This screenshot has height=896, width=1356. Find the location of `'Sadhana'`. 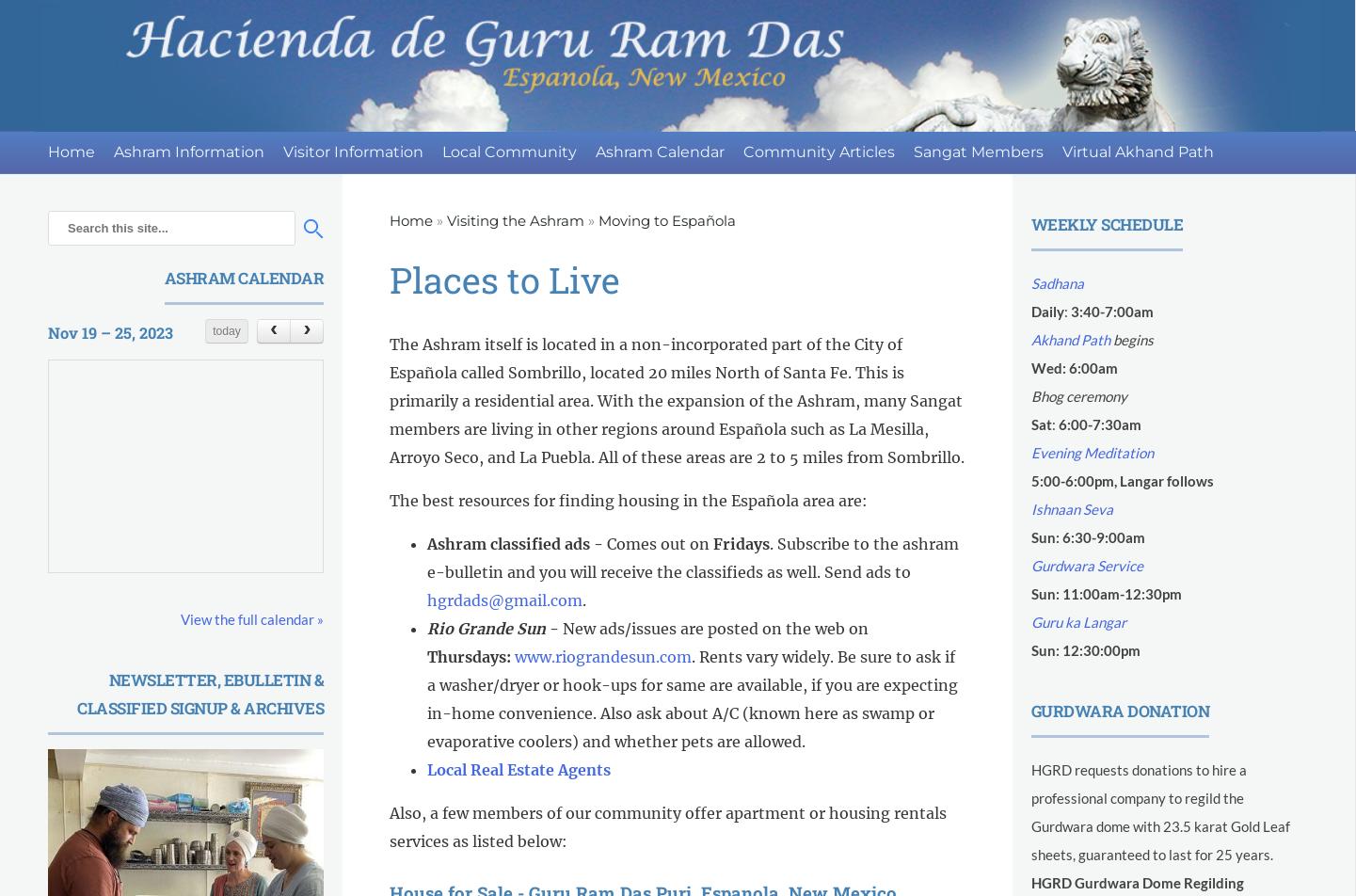

'Sadhana' is located at coordinates (1030, 283).